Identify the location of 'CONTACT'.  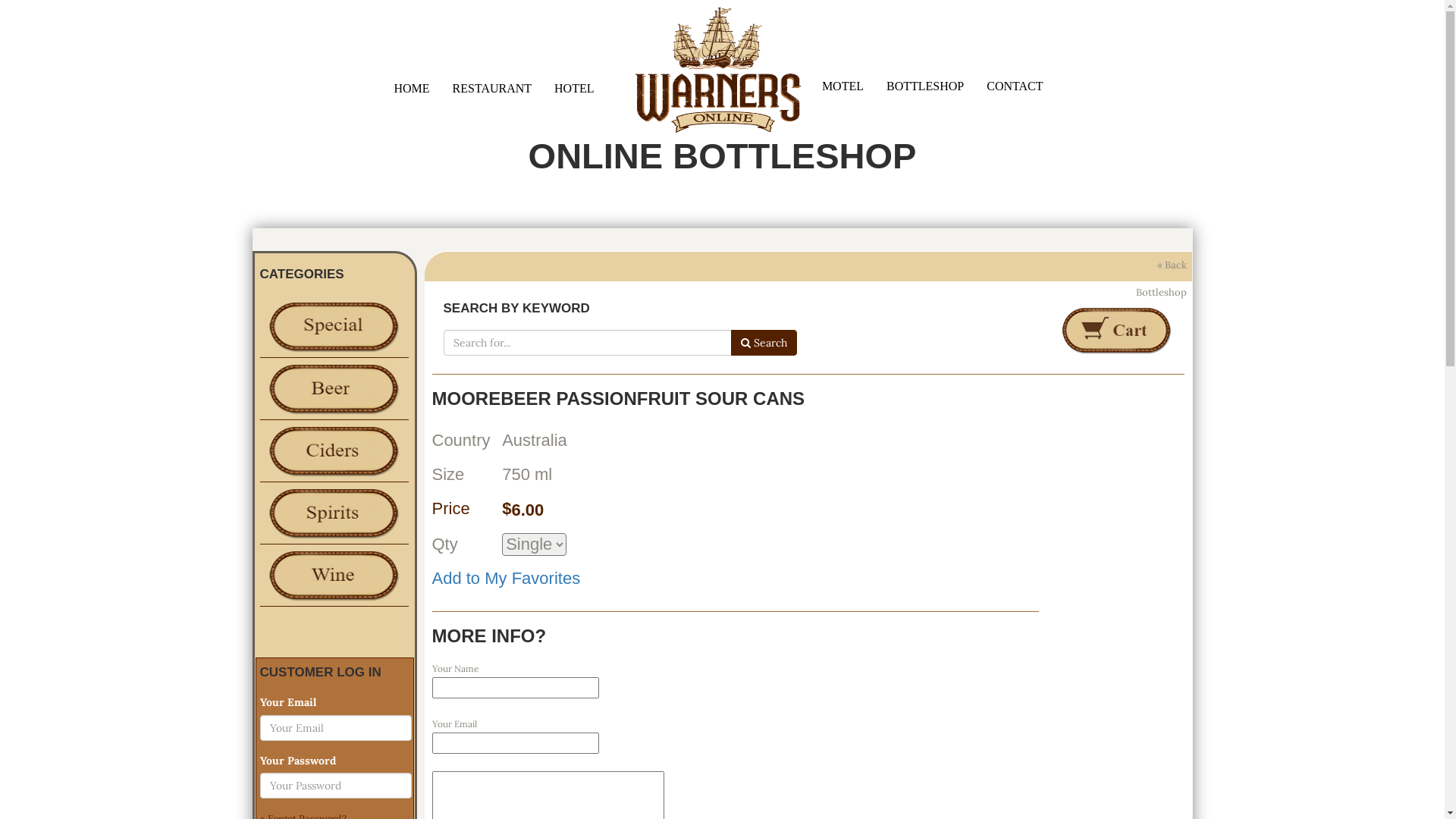
(1015, 85).